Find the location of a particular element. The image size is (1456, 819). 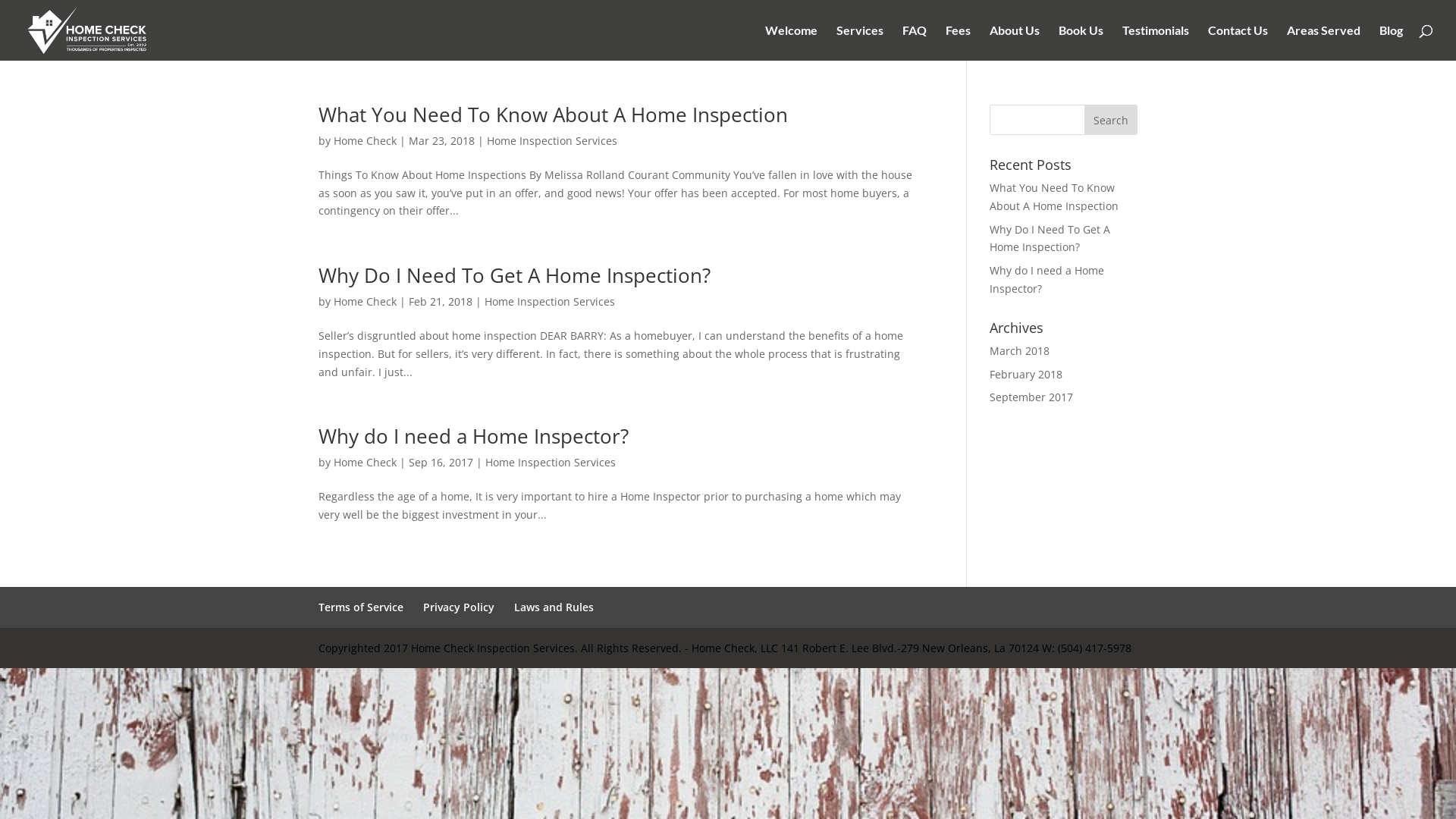

'About Us' is located at coordinates (1015, 42).